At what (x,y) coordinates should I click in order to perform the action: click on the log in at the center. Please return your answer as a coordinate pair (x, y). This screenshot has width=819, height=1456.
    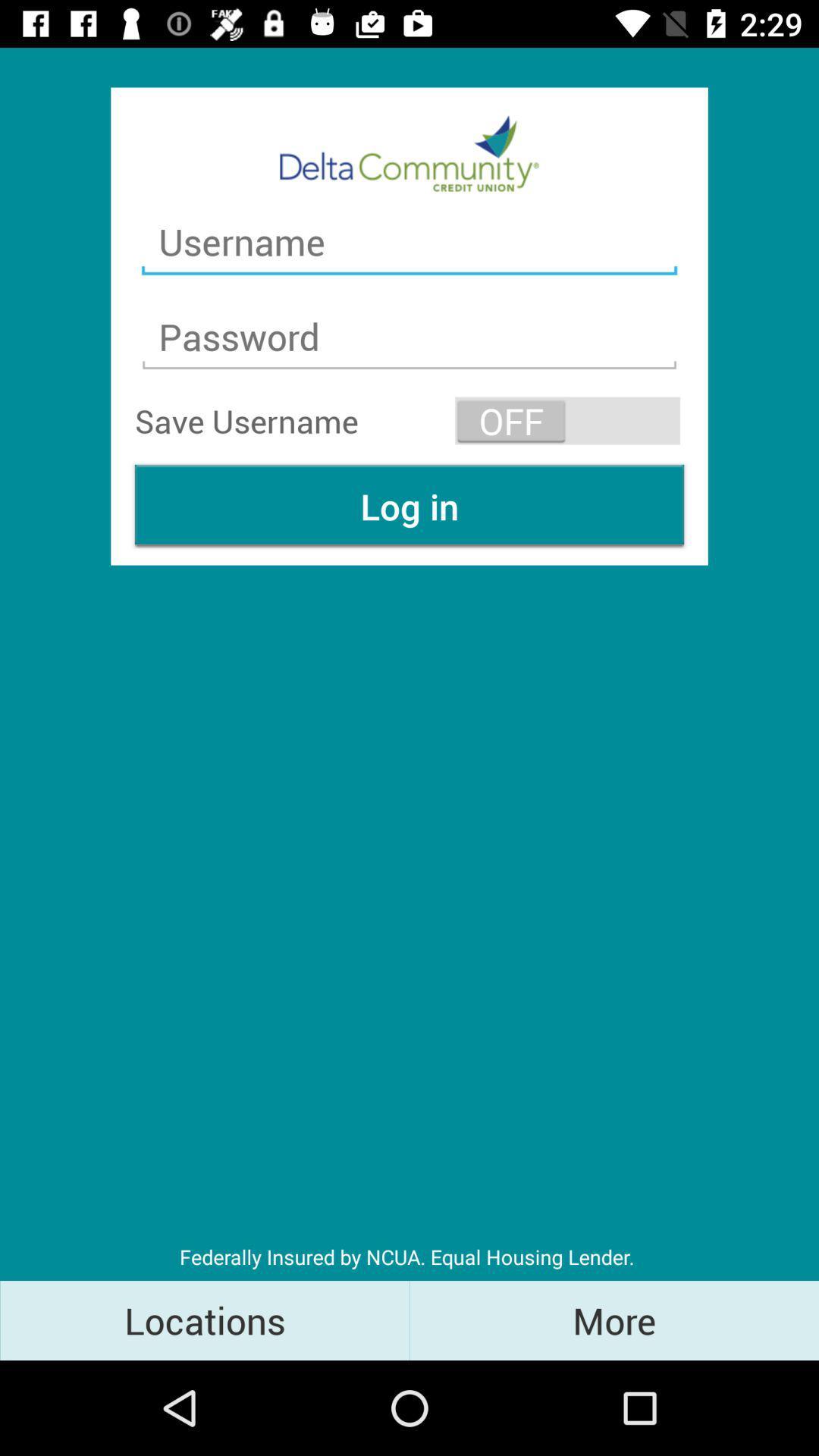
    Looking at the image, I should click on (409, 506).